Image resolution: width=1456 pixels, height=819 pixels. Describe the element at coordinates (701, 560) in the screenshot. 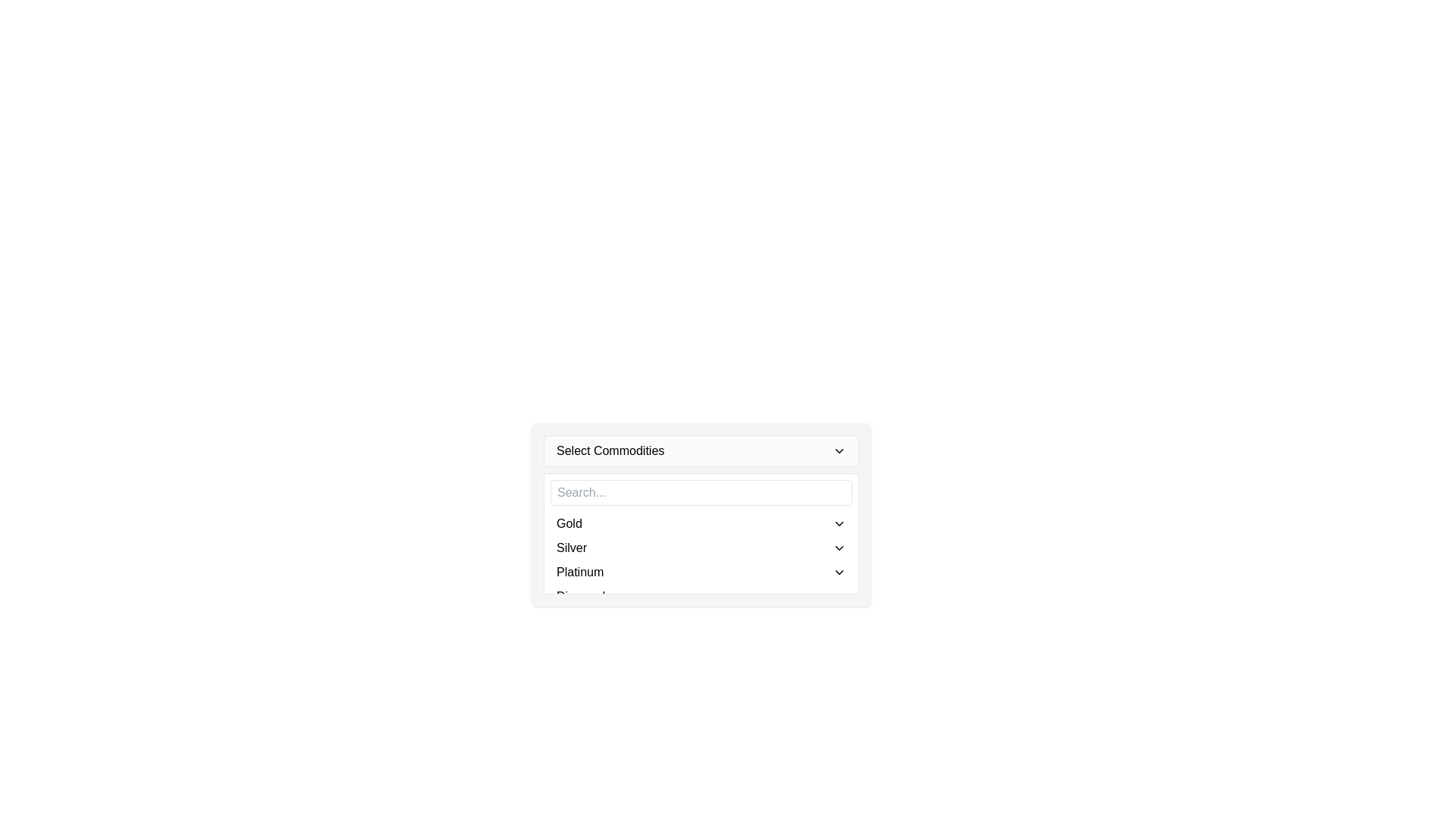

I see `the dropdown menu displaying options 'Gold', 'Silver', 'Platinum', and 'Diamond'` at that location.